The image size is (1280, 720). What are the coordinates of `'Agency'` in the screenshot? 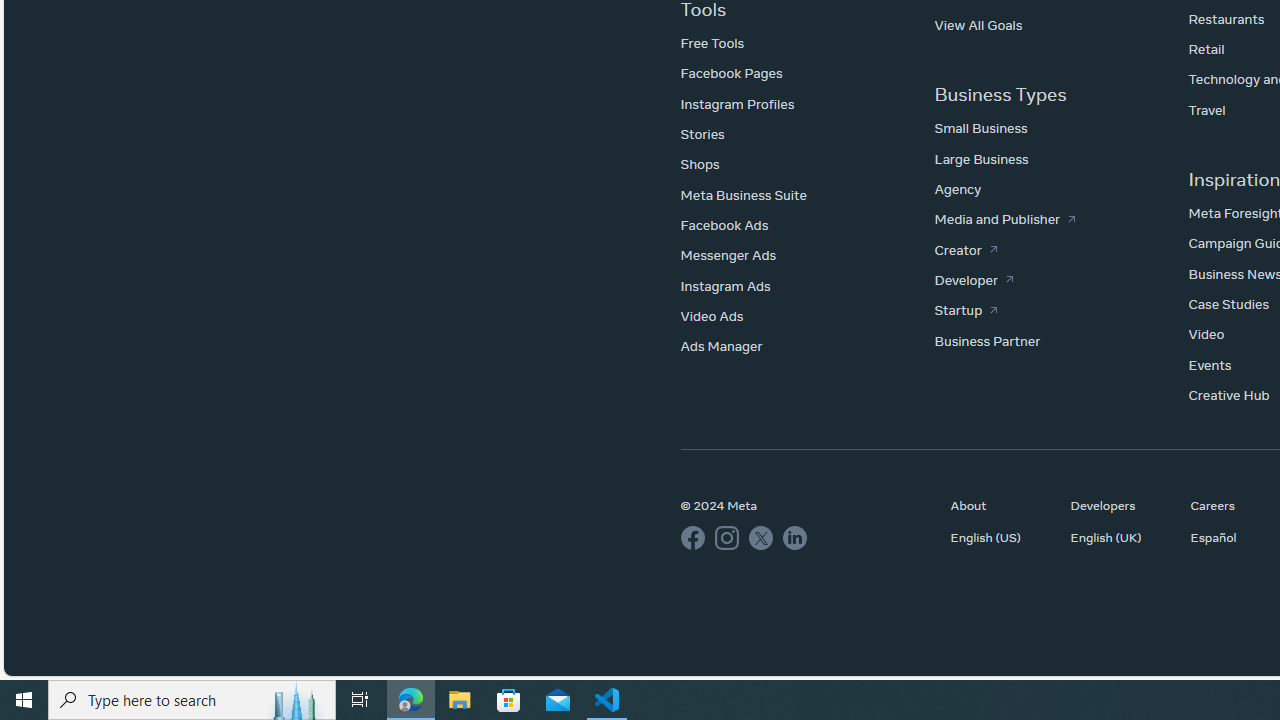 It's located at (957, 189).